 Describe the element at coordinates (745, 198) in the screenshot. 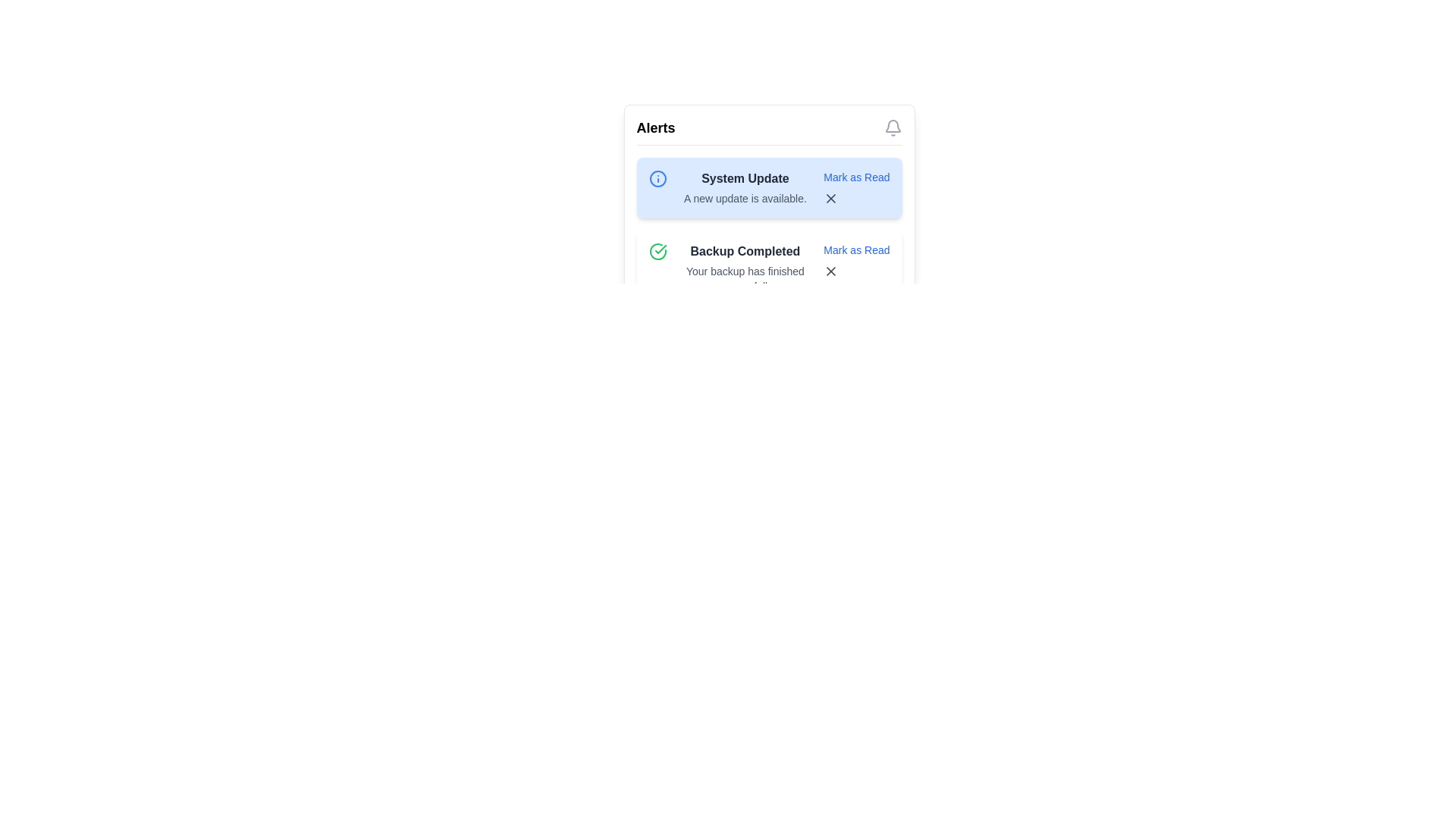

I see `the text label providing additional details about the 'System Update' notification, which is located beneath the bold title and aligned to its left in the 'Alerts' panel` at that location.